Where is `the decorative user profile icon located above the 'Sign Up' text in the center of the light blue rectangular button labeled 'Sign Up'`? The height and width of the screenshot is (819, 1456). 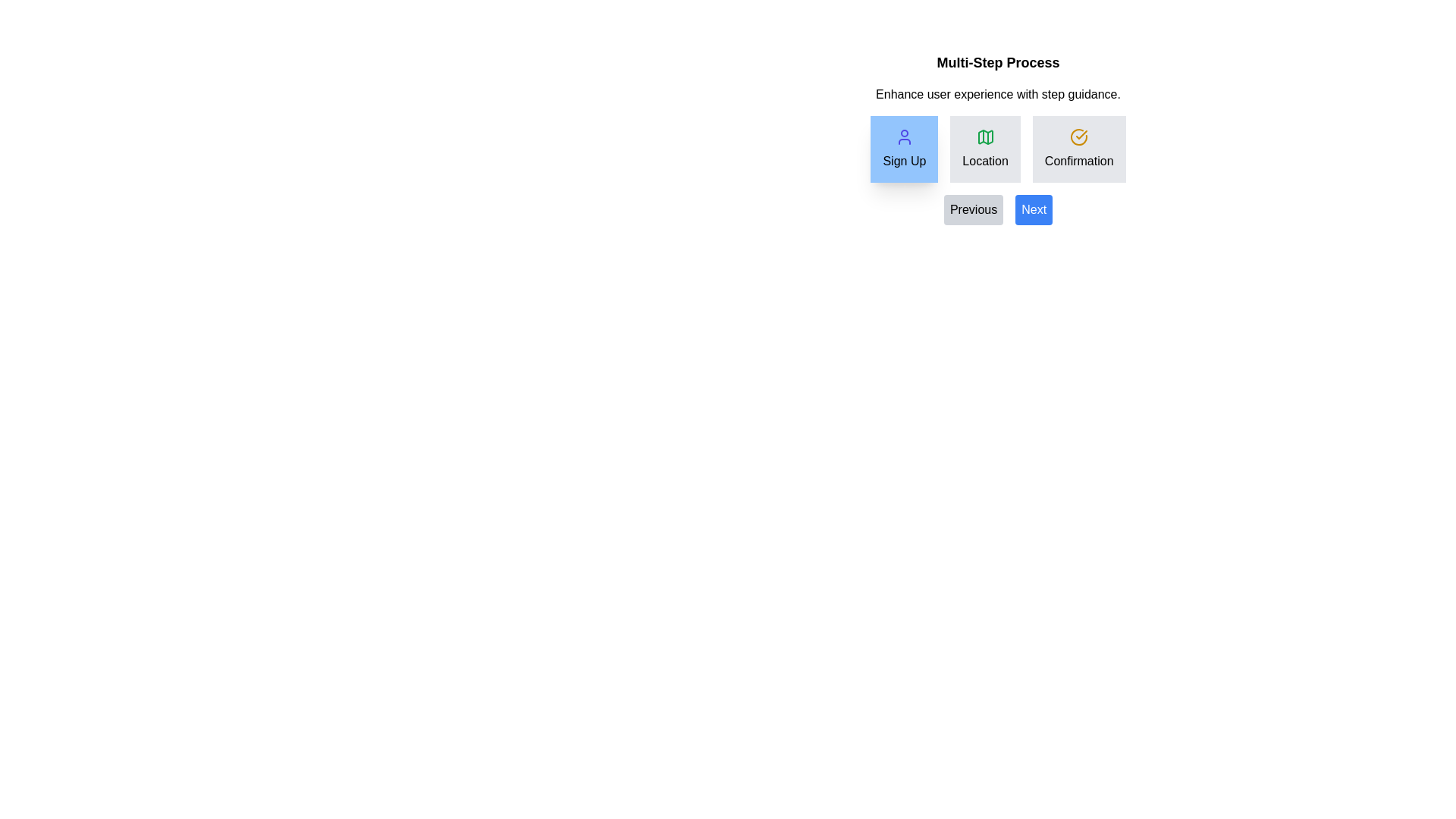
the decorative user profile icon located above the 'Sign Up' text in the center of the light blue rectangular button labeled 'Sign Up' is located at coordinates (904, 137).